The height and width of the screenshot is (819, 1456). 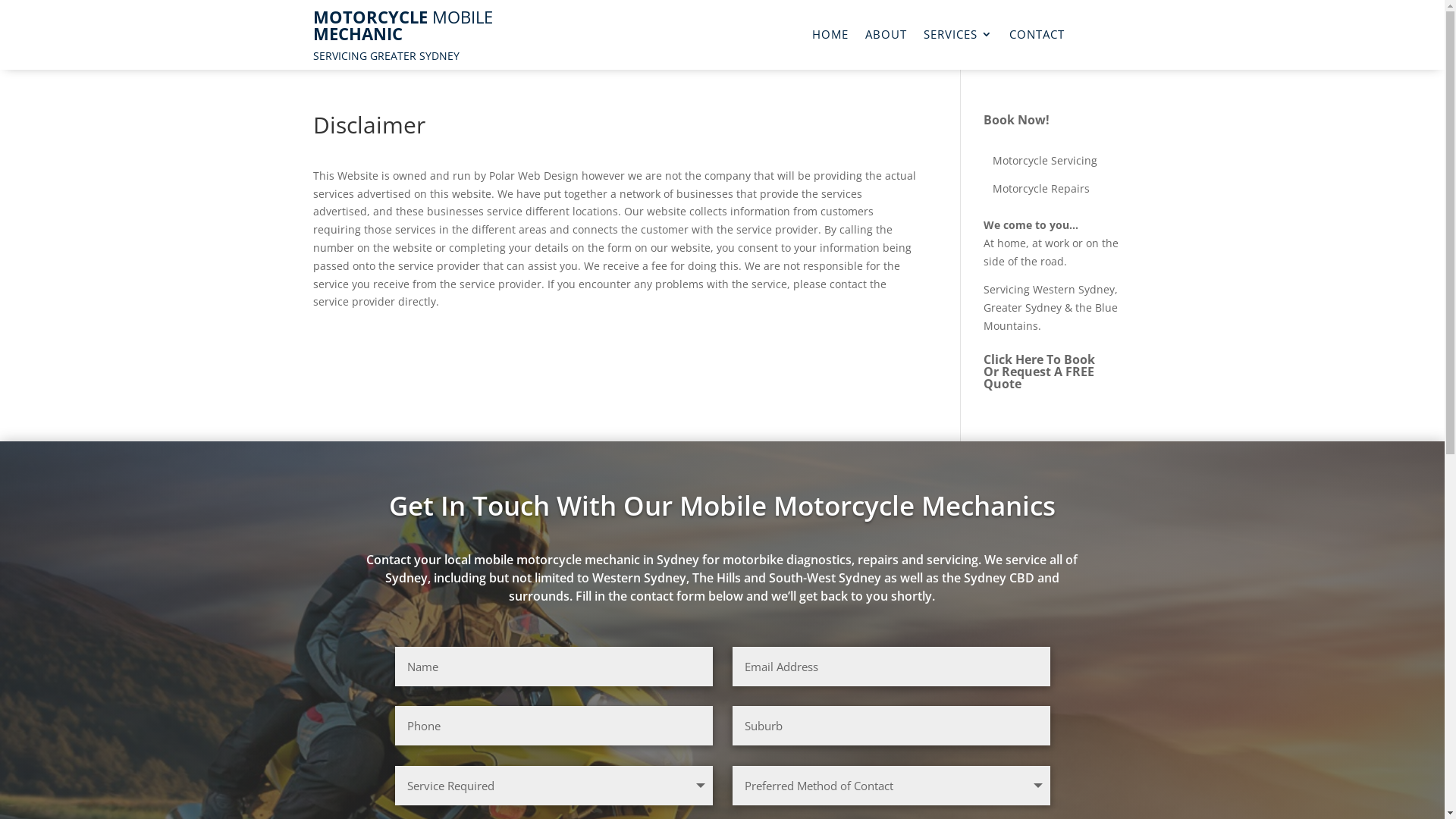 What do you see at coordinates (829, 36) in the screenshot?
I see `'HOME'` at bounding box center [829, 36].